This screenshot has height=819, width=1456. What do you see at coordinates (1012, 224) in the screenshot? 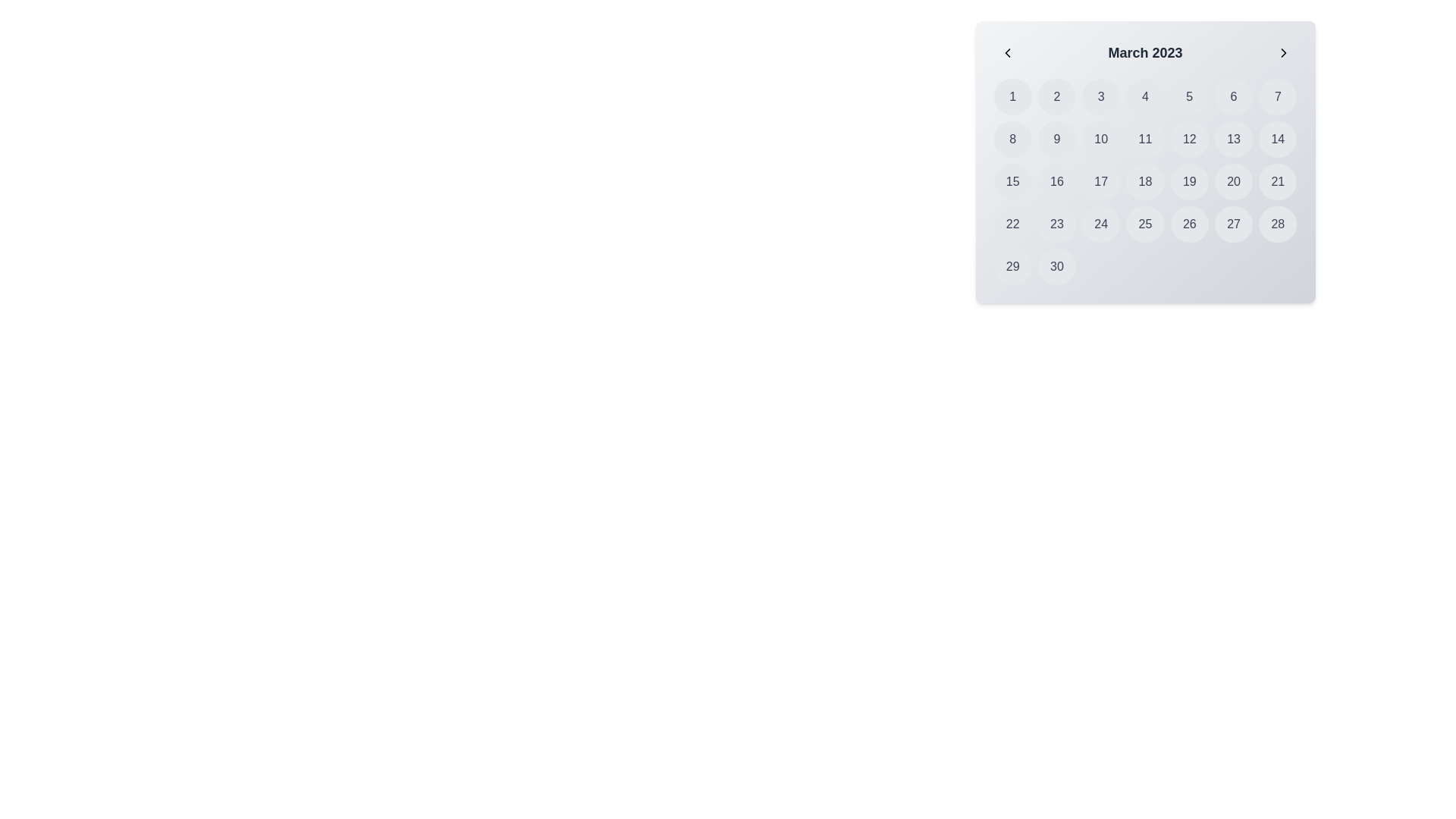
I see `the button representing the 22nd day of the month in the calendar, located in the fourth row and first column of the grid, under the number '15' button` at bounding box center [1012, 224].